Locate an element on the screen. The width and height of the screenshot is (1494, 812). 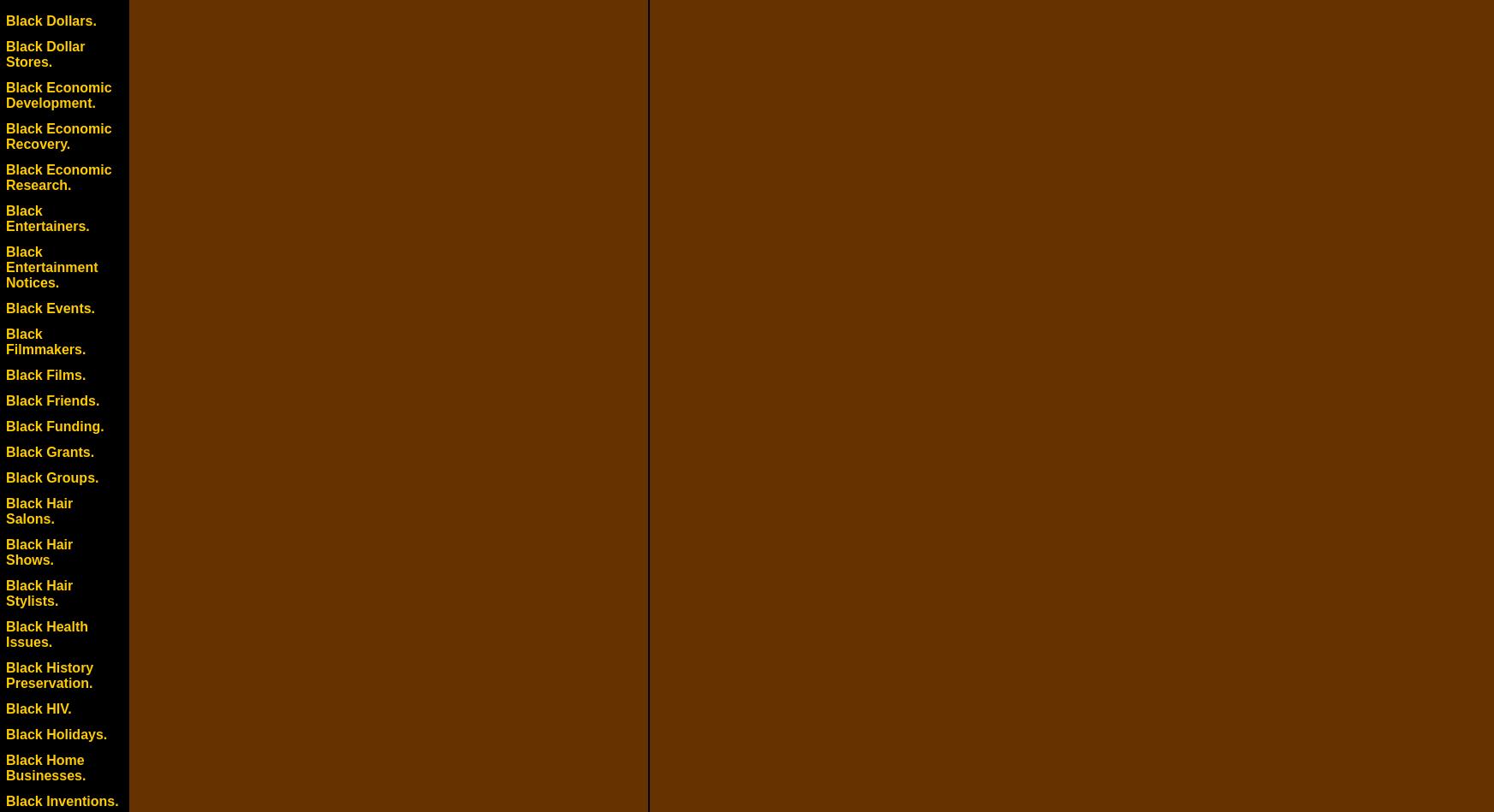
'Black Holidays.' is located at coordinates (55, 733).